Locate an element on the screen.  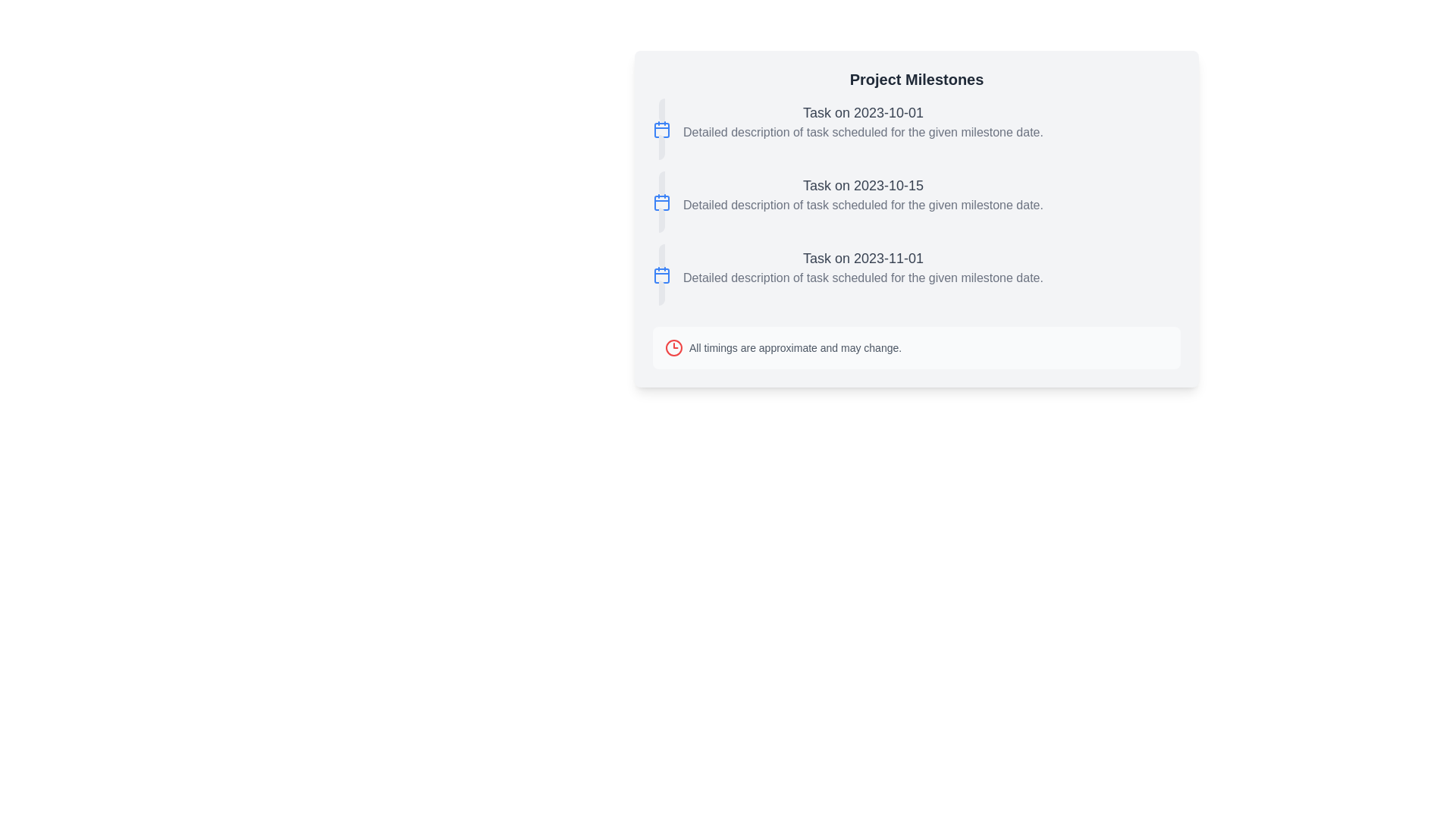
the text label element stating 'Task on 2023-11-01', which is styled in a large, bold font and positioned prominently in the milestone list is located at coordinates (863, 257).